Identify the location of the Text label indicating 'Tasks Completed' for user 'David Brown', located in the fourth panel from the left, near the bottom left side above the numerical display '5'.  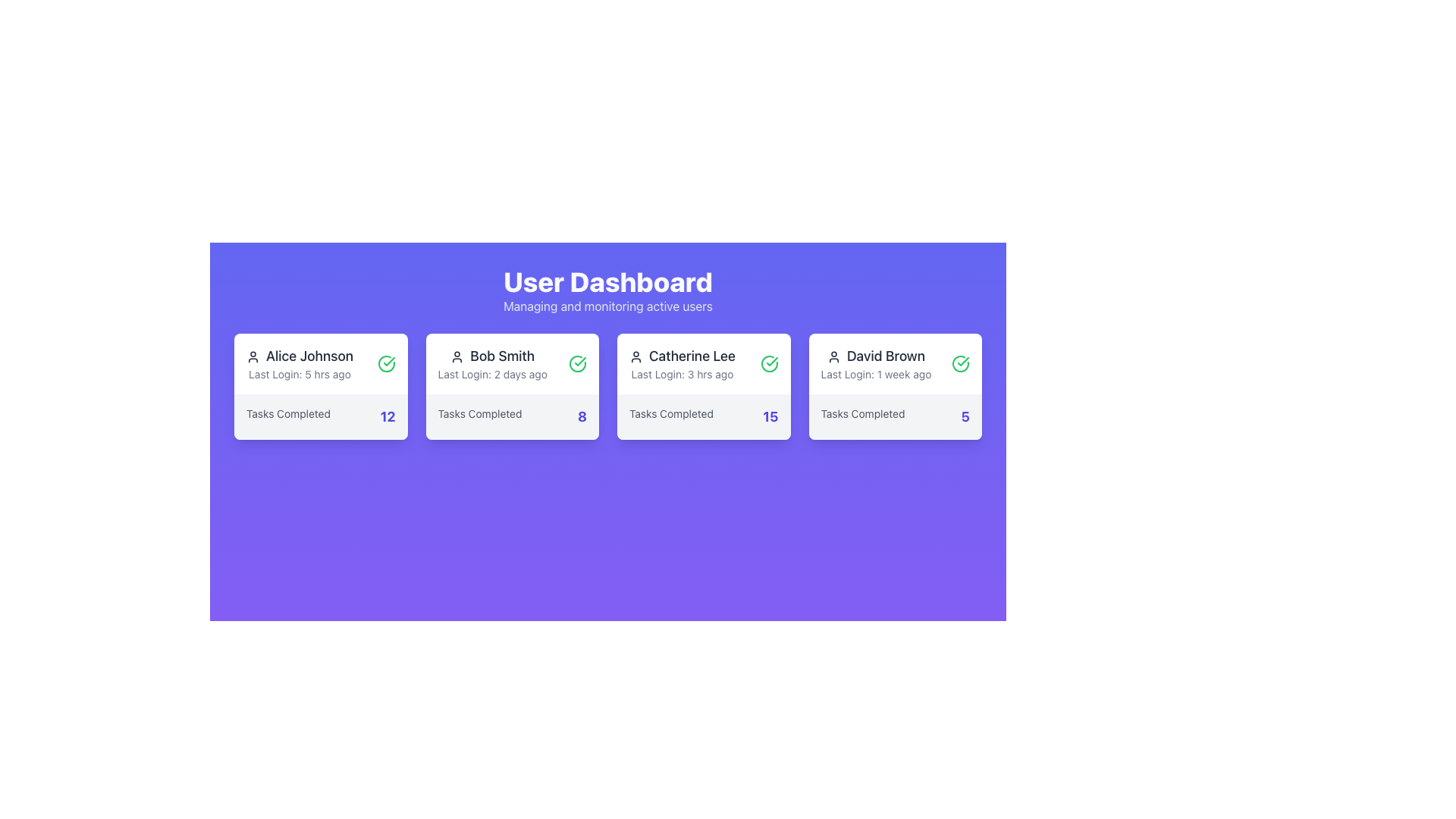
(862, 417).